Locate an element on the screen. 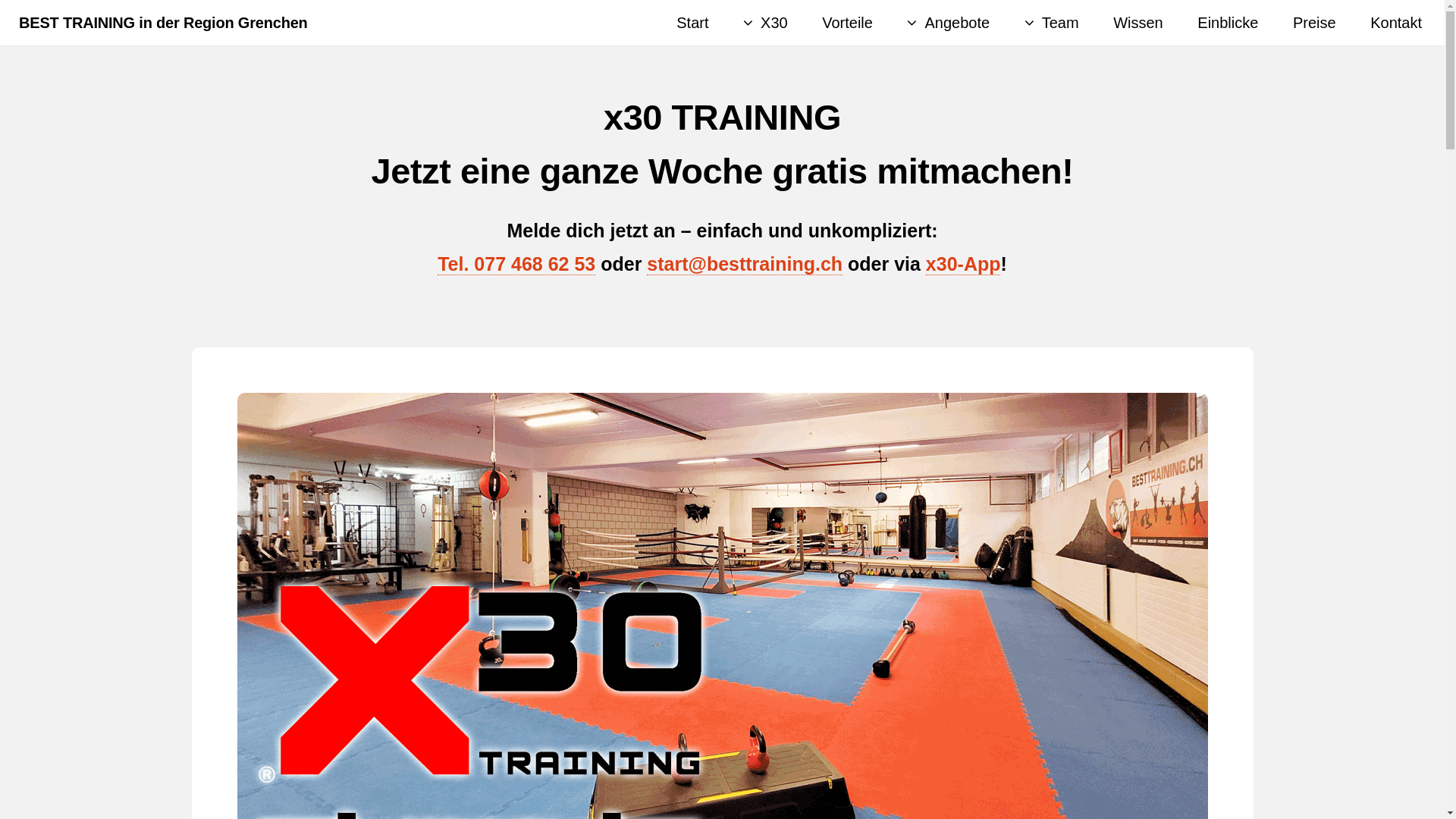  'BEST TRAINING in der Region Grenchen' is located at coordinates (163, 23).